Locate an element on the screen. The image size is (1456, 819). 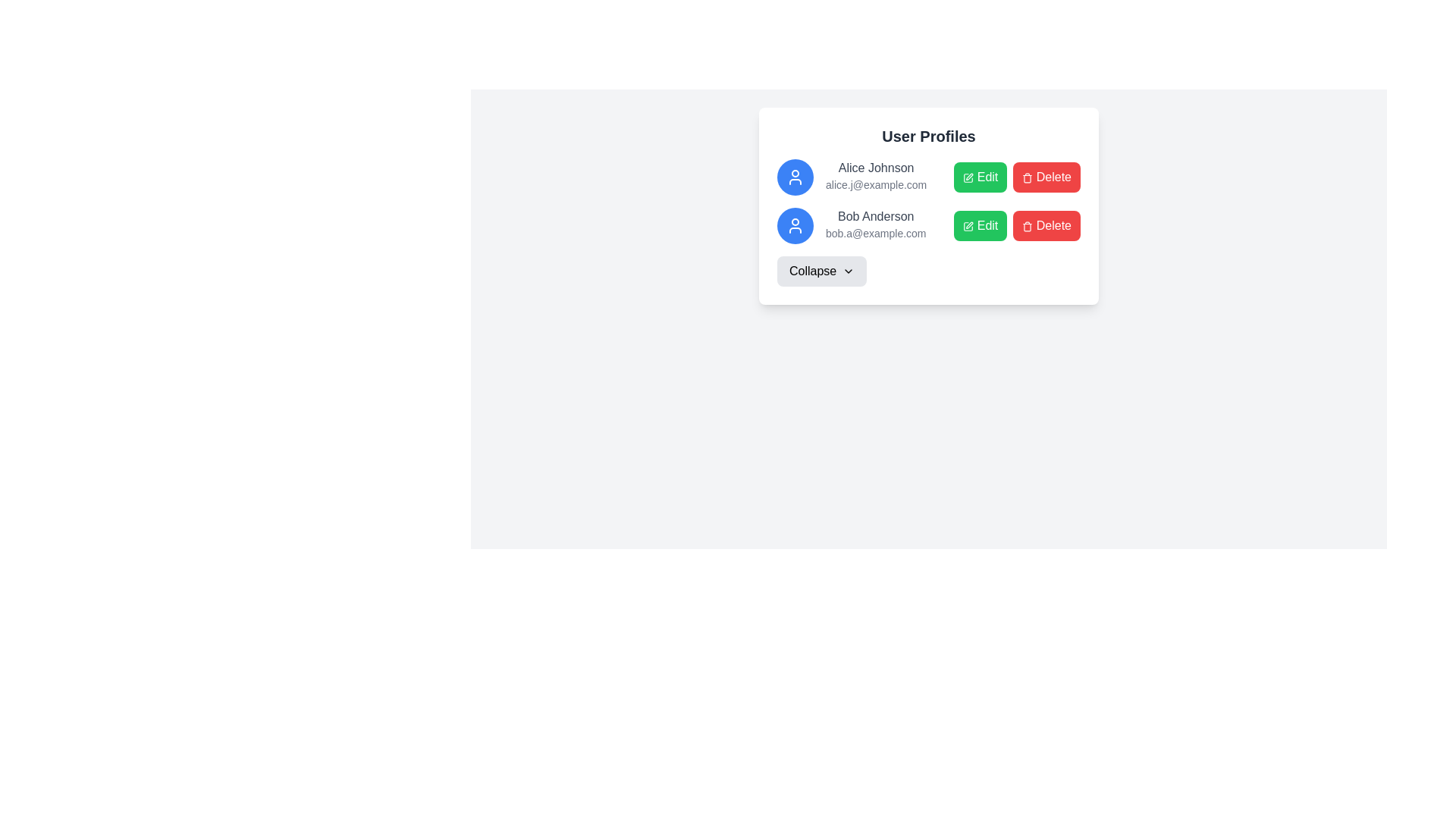
the downward-facing chevron-shaped icon next to the 'Collapse' button is located at coordinates (848, 271).